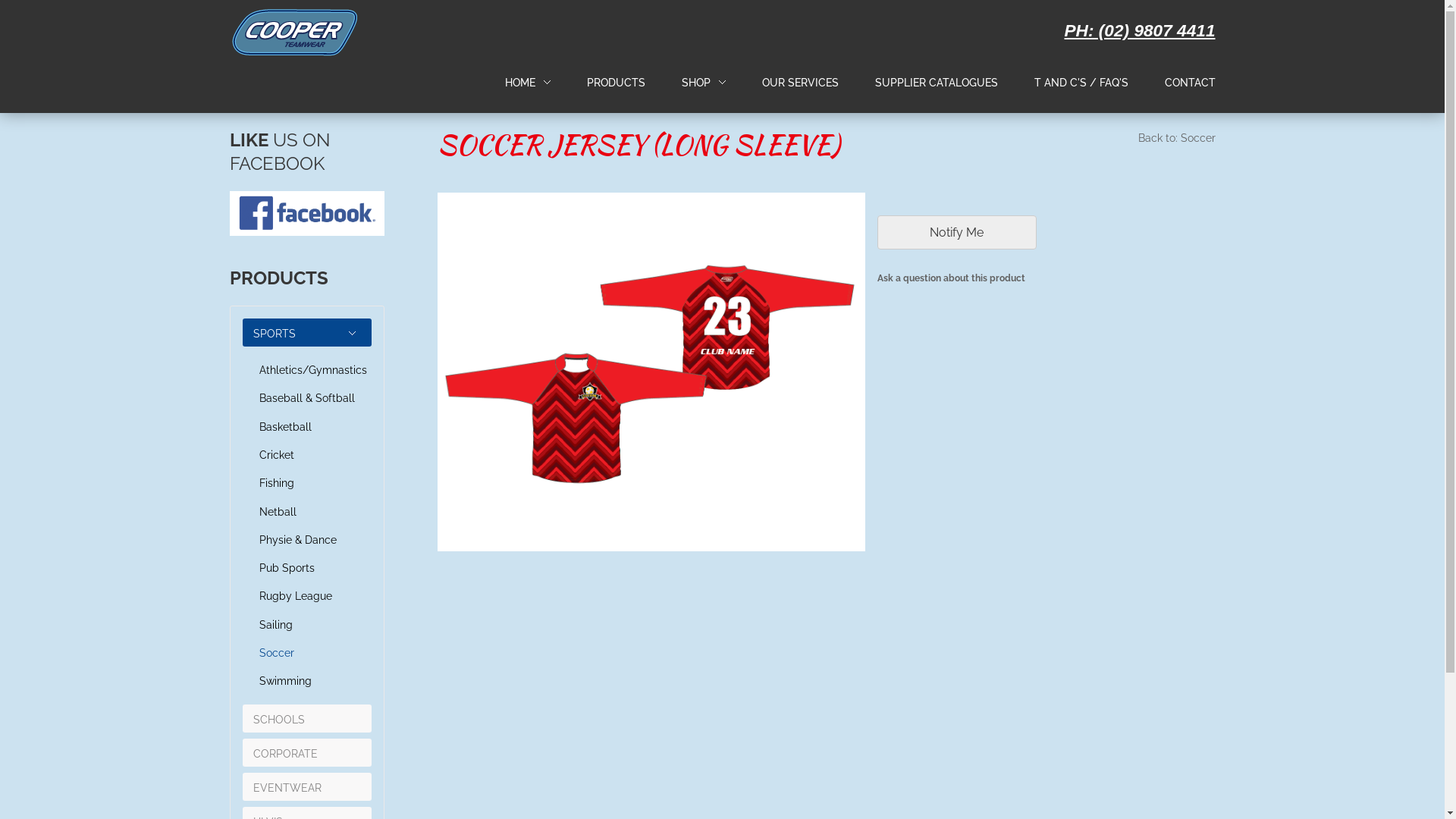  I want to click on 'EVENTWEAR', so click(287, 786).